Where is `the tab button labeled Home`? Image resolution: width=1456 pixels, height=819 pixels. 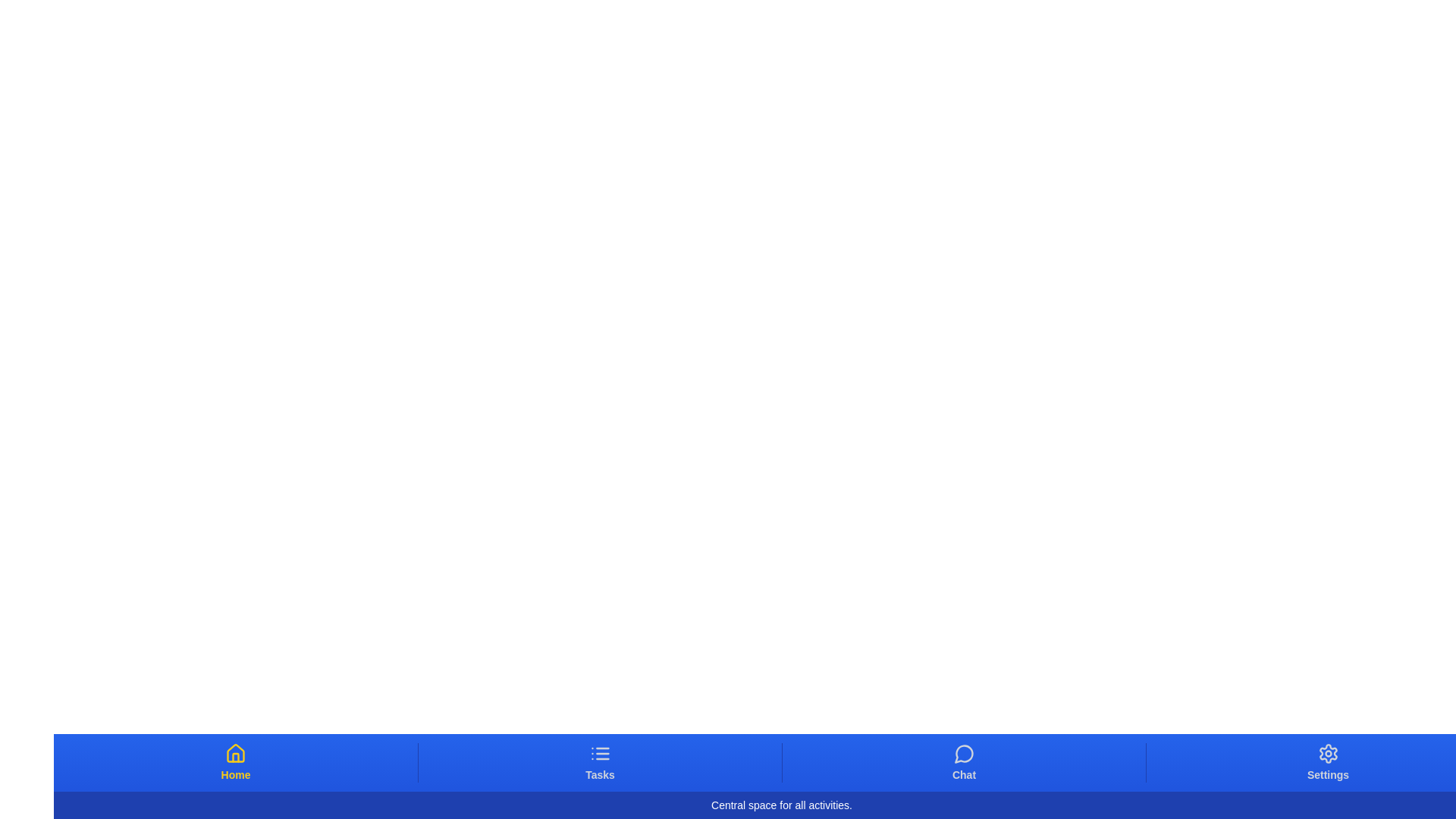 the tab button labeled Home is located at coordinates (235, 763).